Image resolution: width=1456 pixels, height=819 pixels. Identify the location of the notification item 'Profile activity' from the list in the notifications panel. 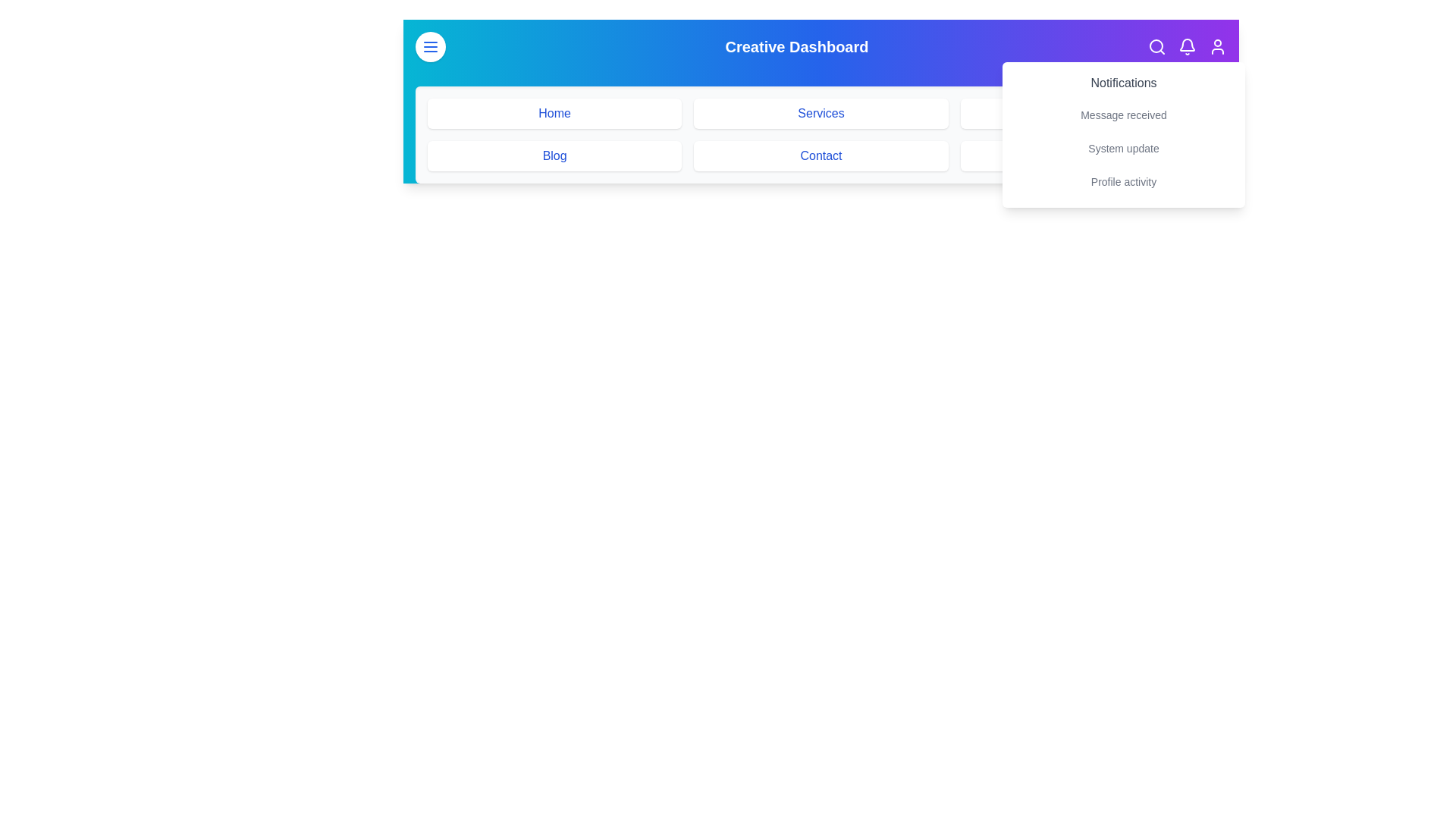
(1124, 180).